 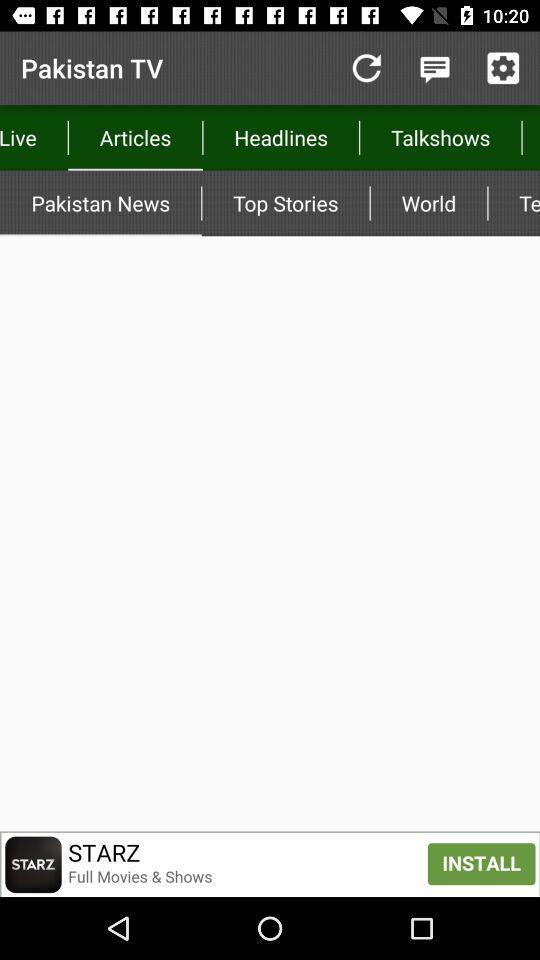 What do you see at coordinates (434, 68) in the screenshot?
I see `messaging` at bounding box center [434, 68].